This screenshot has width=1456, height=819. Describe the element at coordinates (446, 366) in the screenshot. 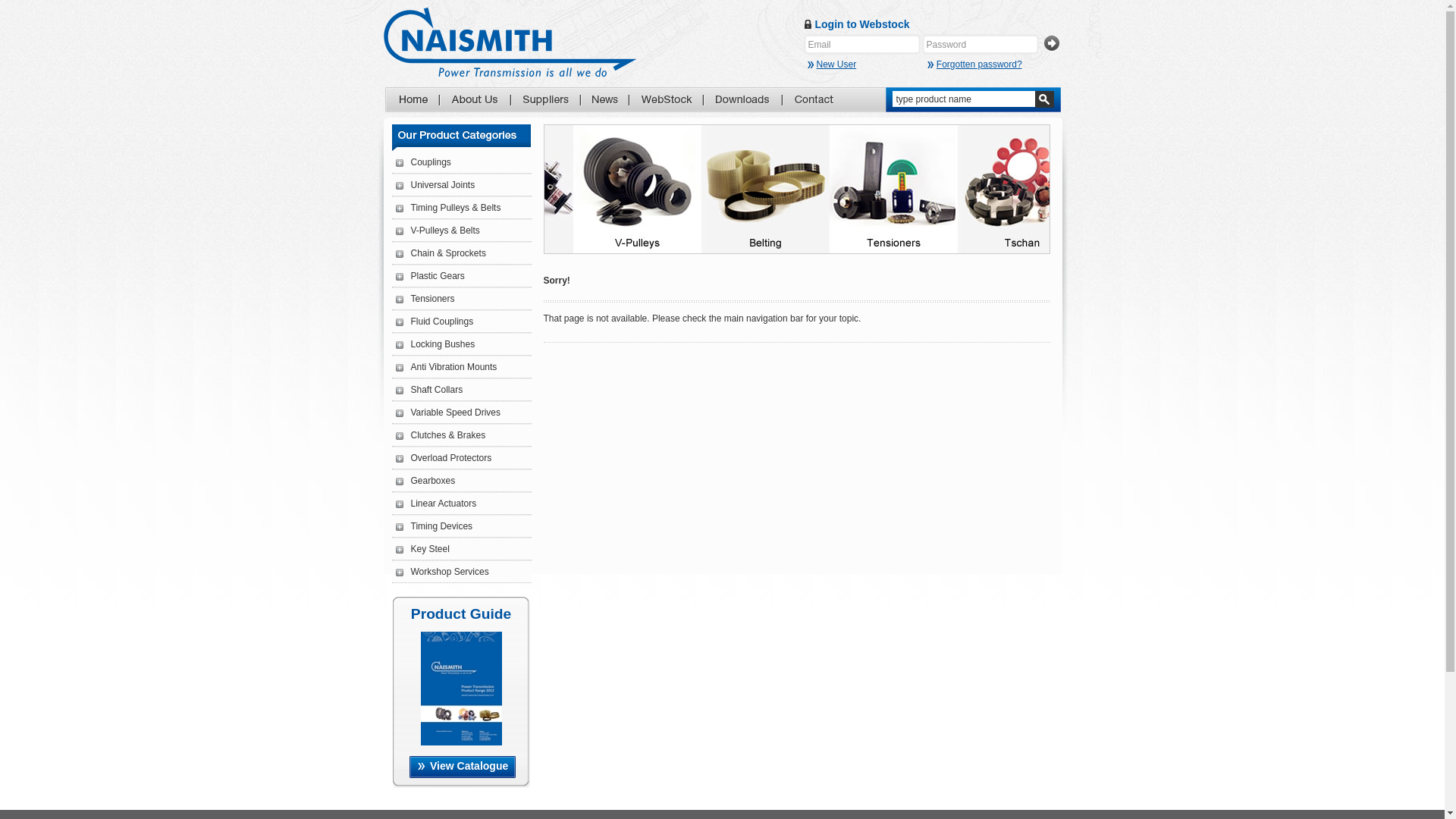

I see `'Anti Vibration Mounts'` at that location.